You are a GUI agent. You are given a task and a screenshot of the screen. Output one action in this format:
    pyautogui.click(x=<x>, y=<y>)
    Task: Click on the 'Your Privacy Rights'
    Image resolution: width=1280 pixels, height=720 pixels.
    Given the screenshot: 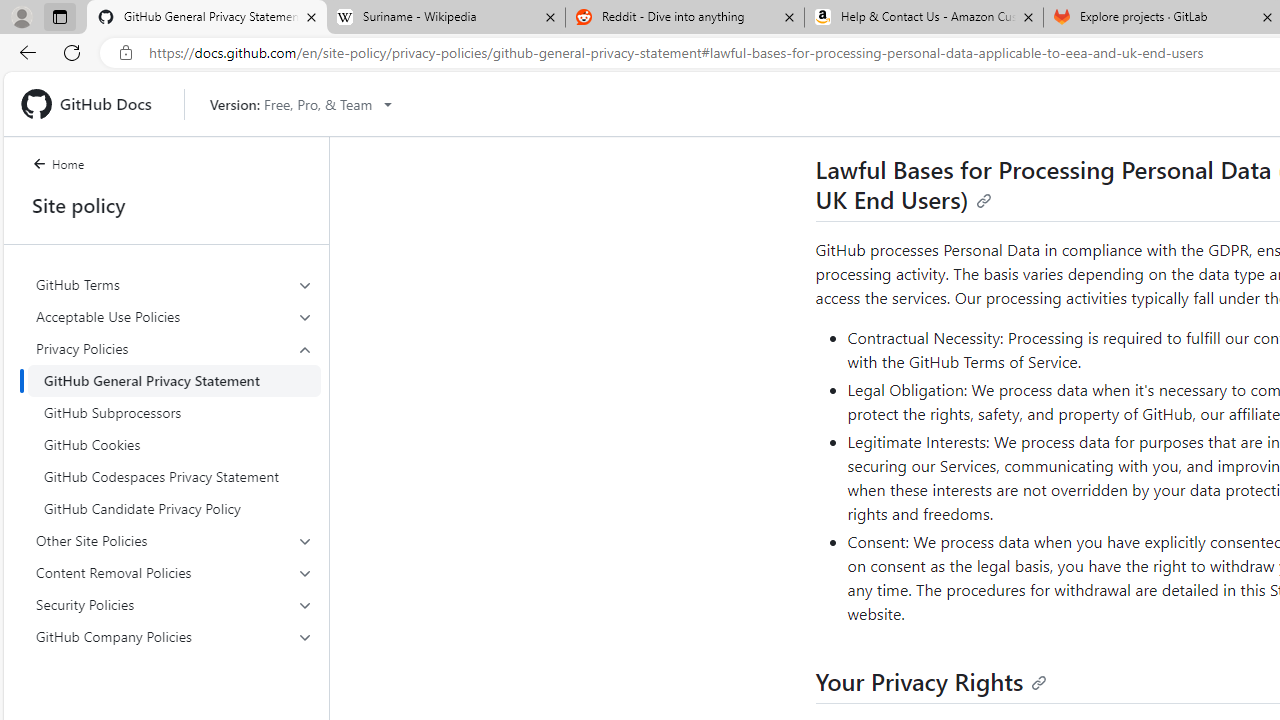 What is the action you would take?
    pyautogui.click(x=930, y=680)
    